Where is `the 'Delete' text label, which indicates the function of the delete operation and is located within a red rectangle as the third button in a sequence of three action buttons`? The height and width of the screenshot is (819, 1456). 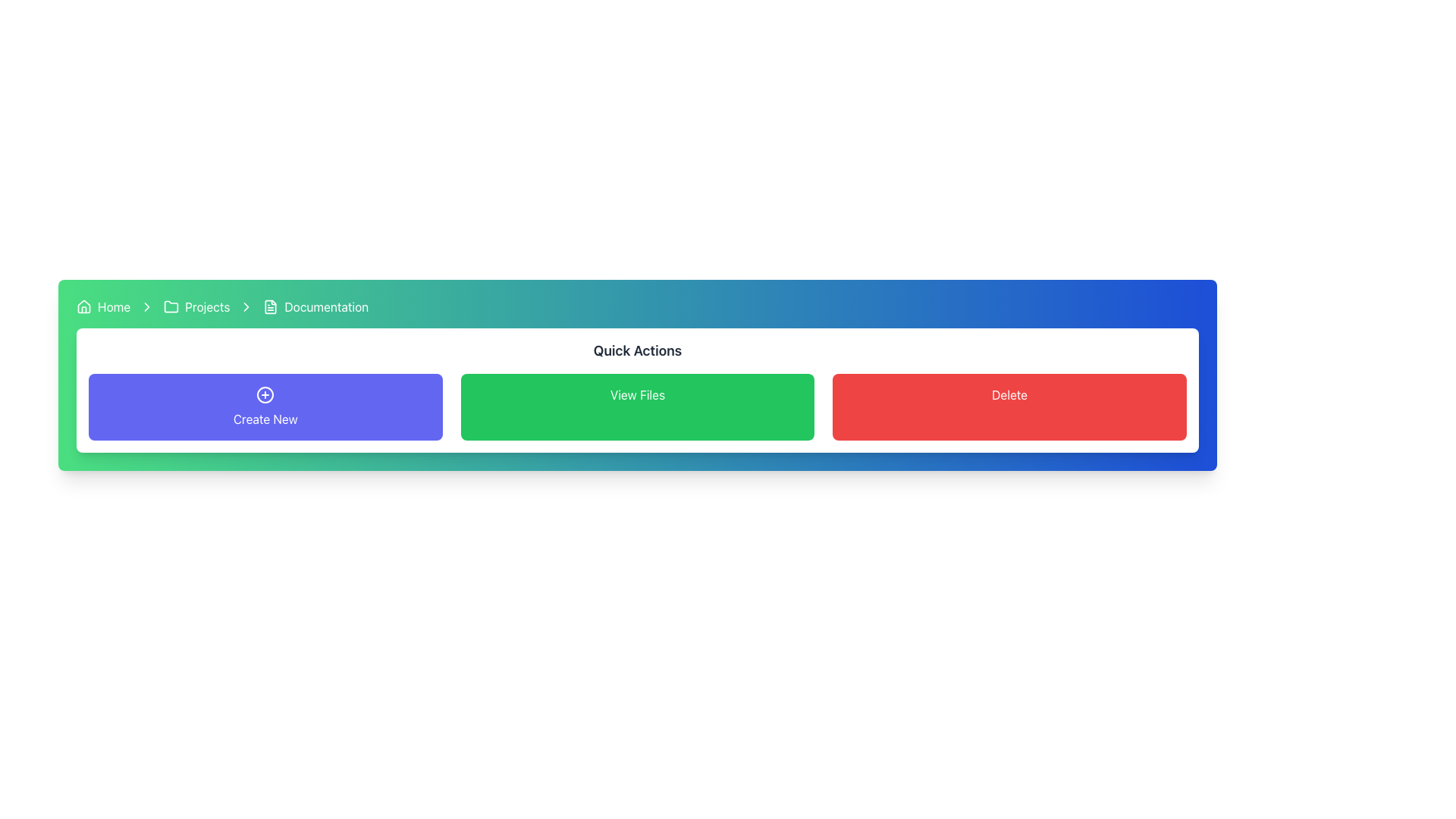 the 'Delete' text label, which indicates the function of the delete operation and is located within a red rectangle as the third button in a sequence of three action buttons is located at coordinates (1009, 394).